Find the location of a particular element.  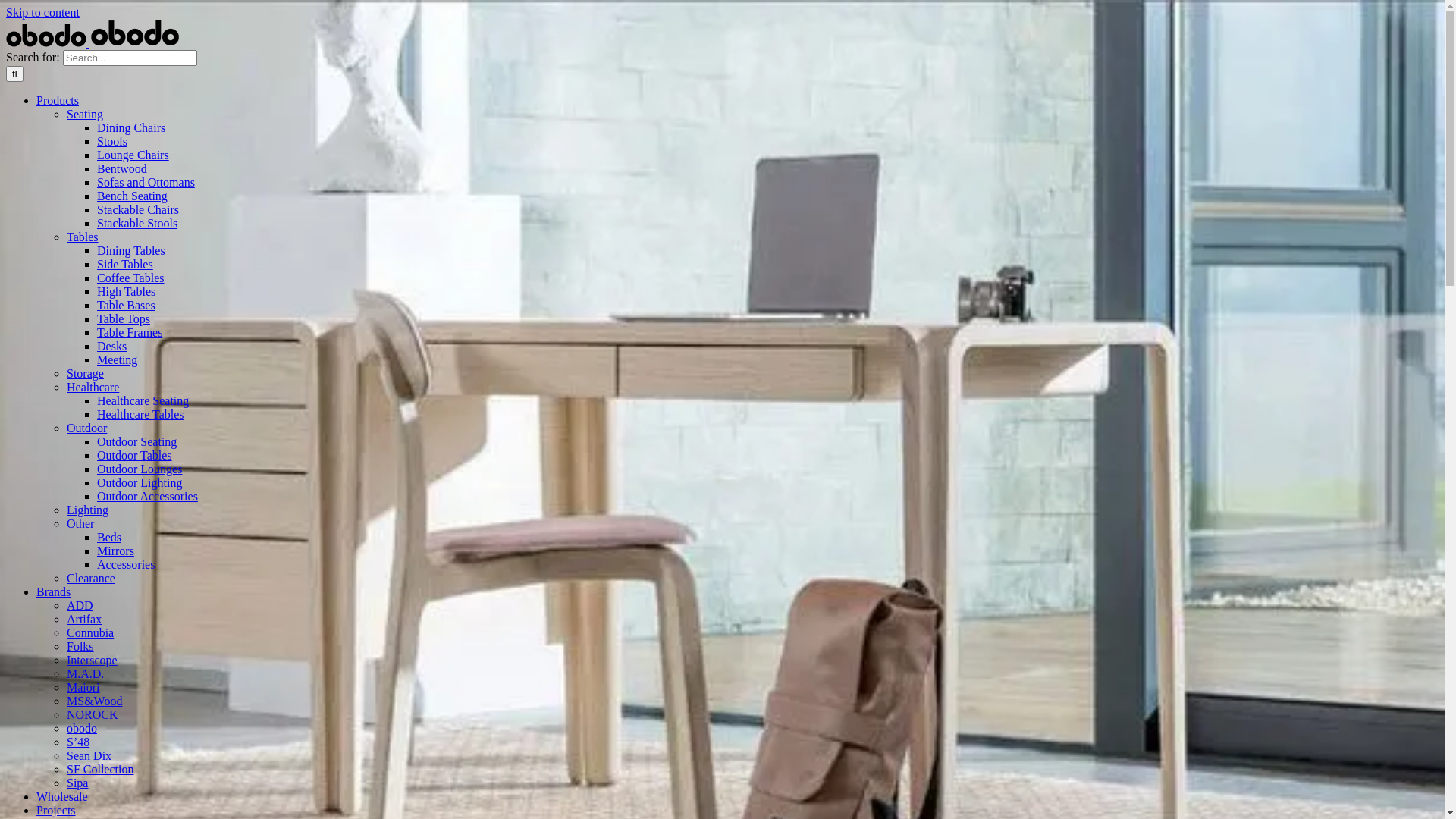

'Sofas and Ottomans' is located at coordinates (146, 181).